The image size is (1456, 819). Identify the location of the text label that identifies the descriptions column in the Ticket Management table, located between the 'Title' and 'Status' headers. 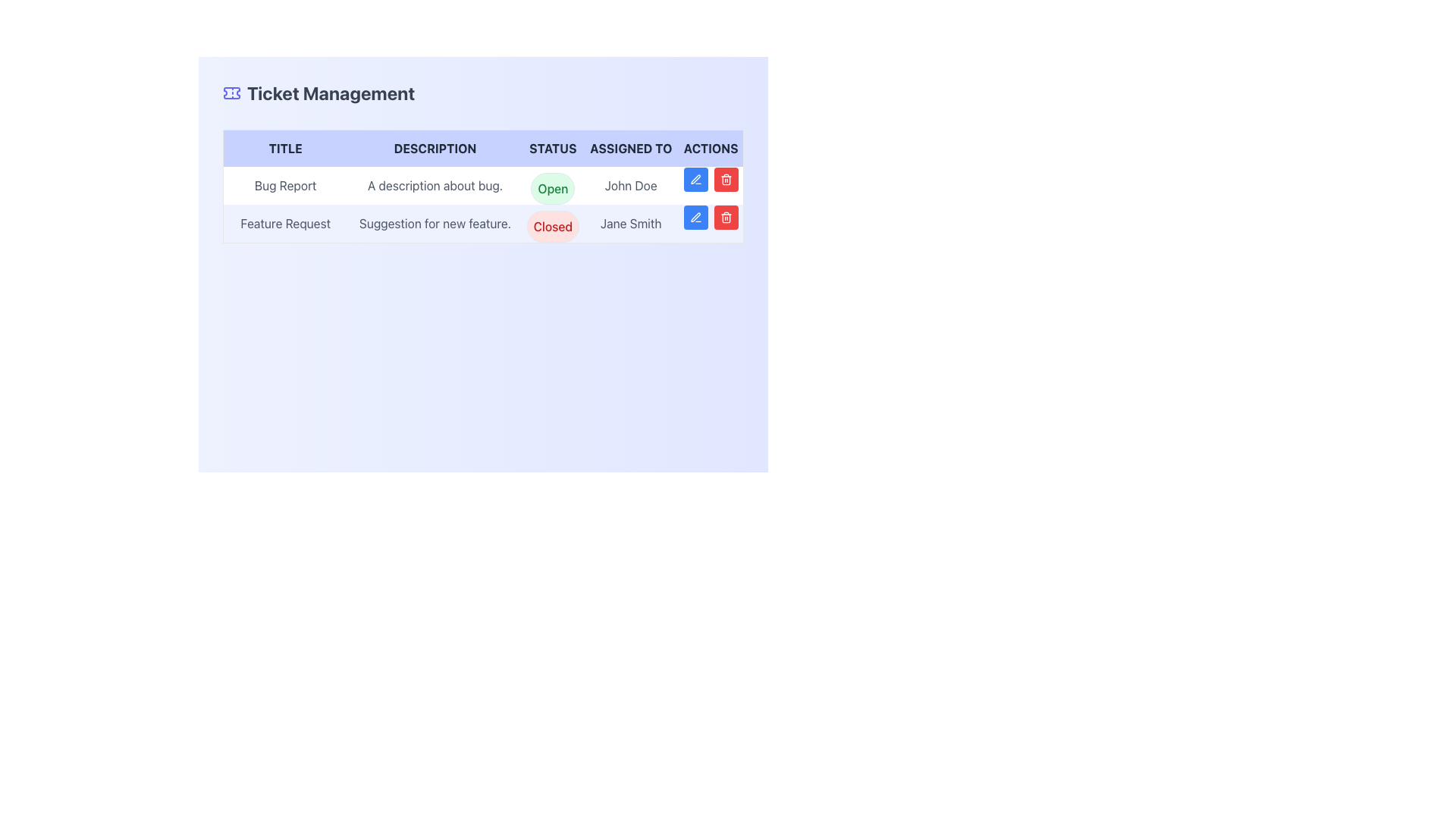
(435, 148).